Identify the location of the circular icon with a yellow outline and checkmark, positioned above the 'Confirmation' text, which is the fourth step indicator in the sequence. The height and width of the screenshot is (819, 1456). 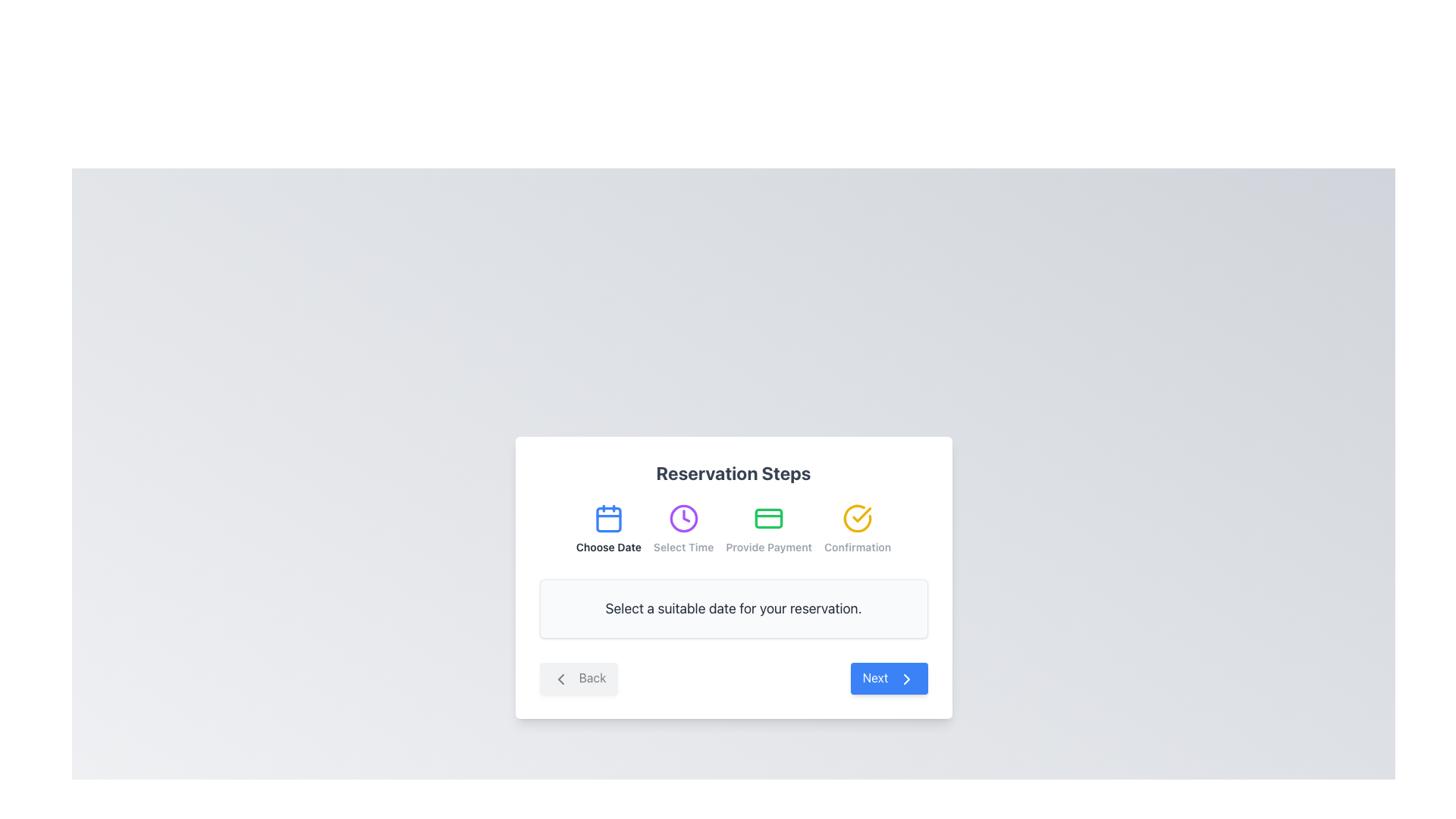
(858, 518).